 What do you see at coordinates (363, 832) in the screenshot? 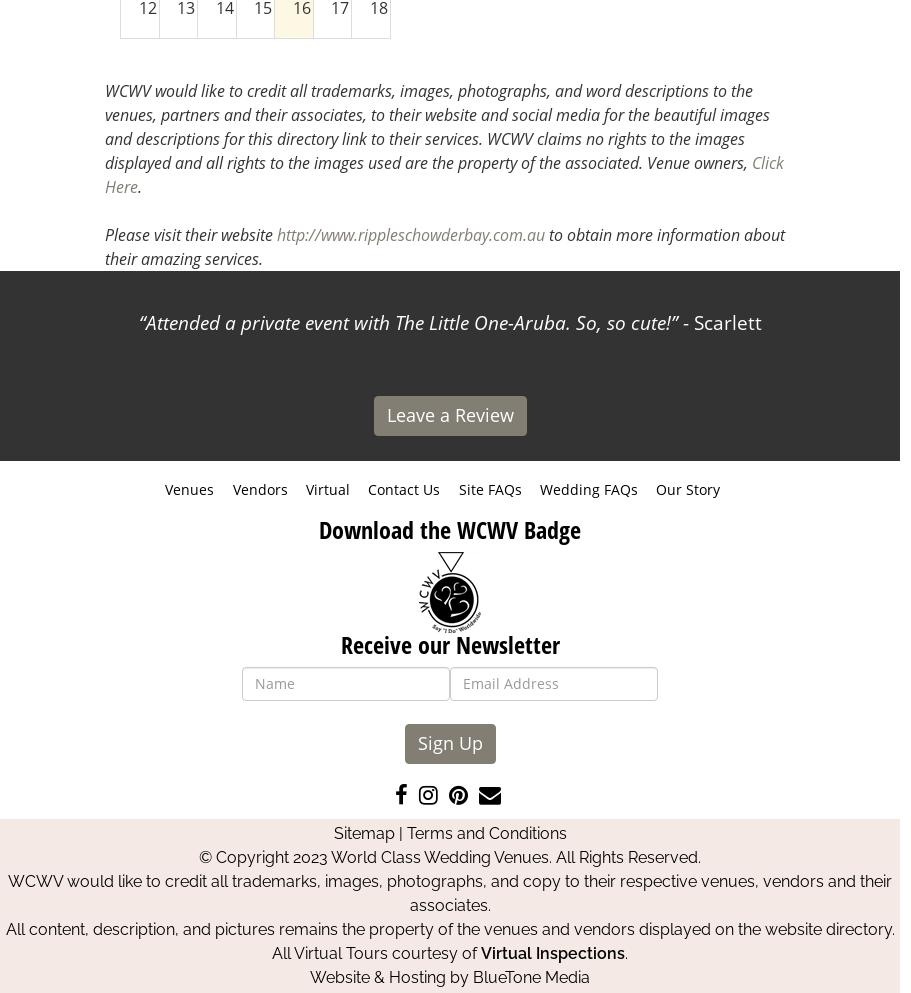
I see `'Sitemap'` at bounding box center [363, 832].